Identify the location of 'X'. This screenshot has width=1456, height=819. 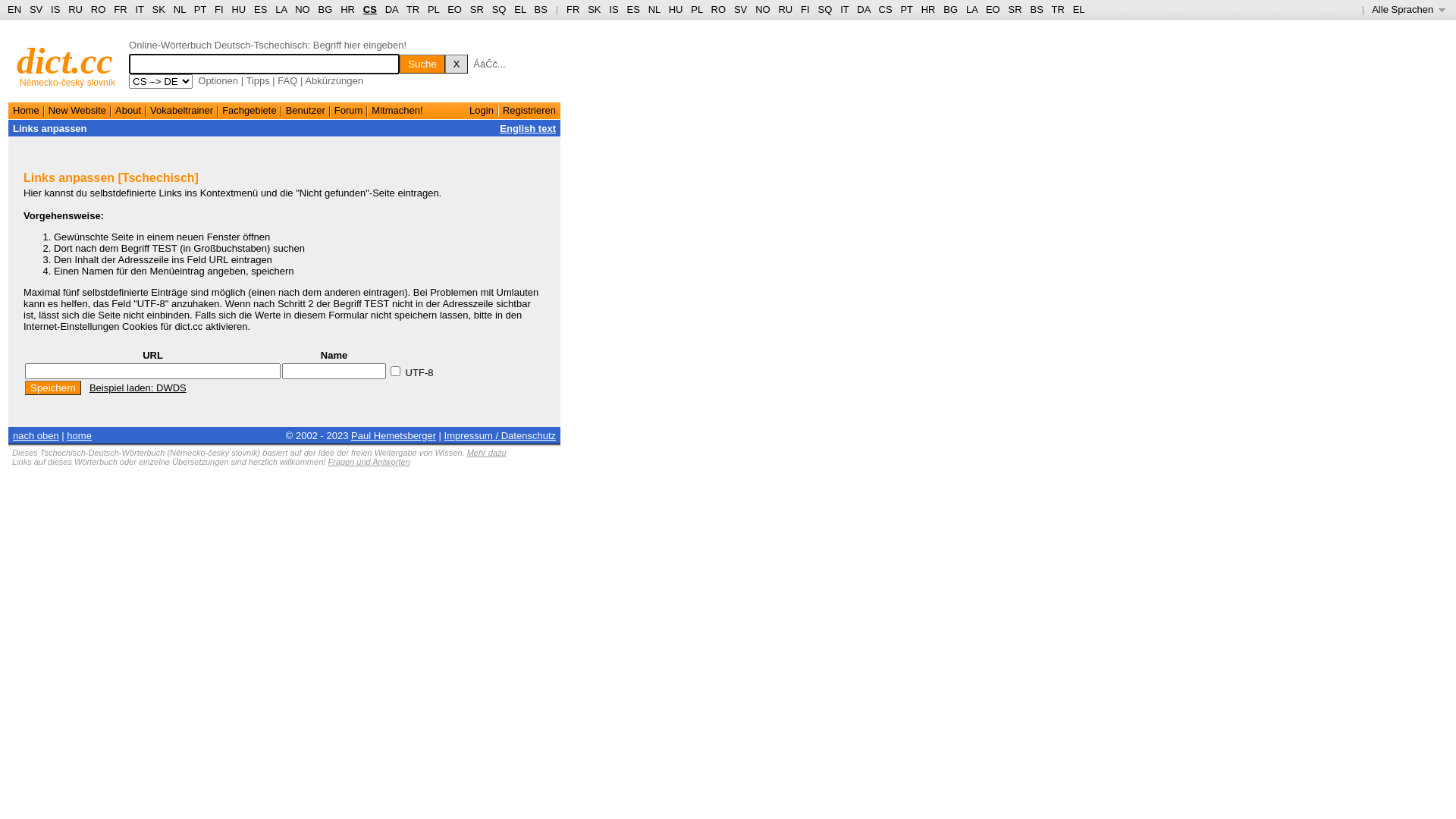
(444, 63).